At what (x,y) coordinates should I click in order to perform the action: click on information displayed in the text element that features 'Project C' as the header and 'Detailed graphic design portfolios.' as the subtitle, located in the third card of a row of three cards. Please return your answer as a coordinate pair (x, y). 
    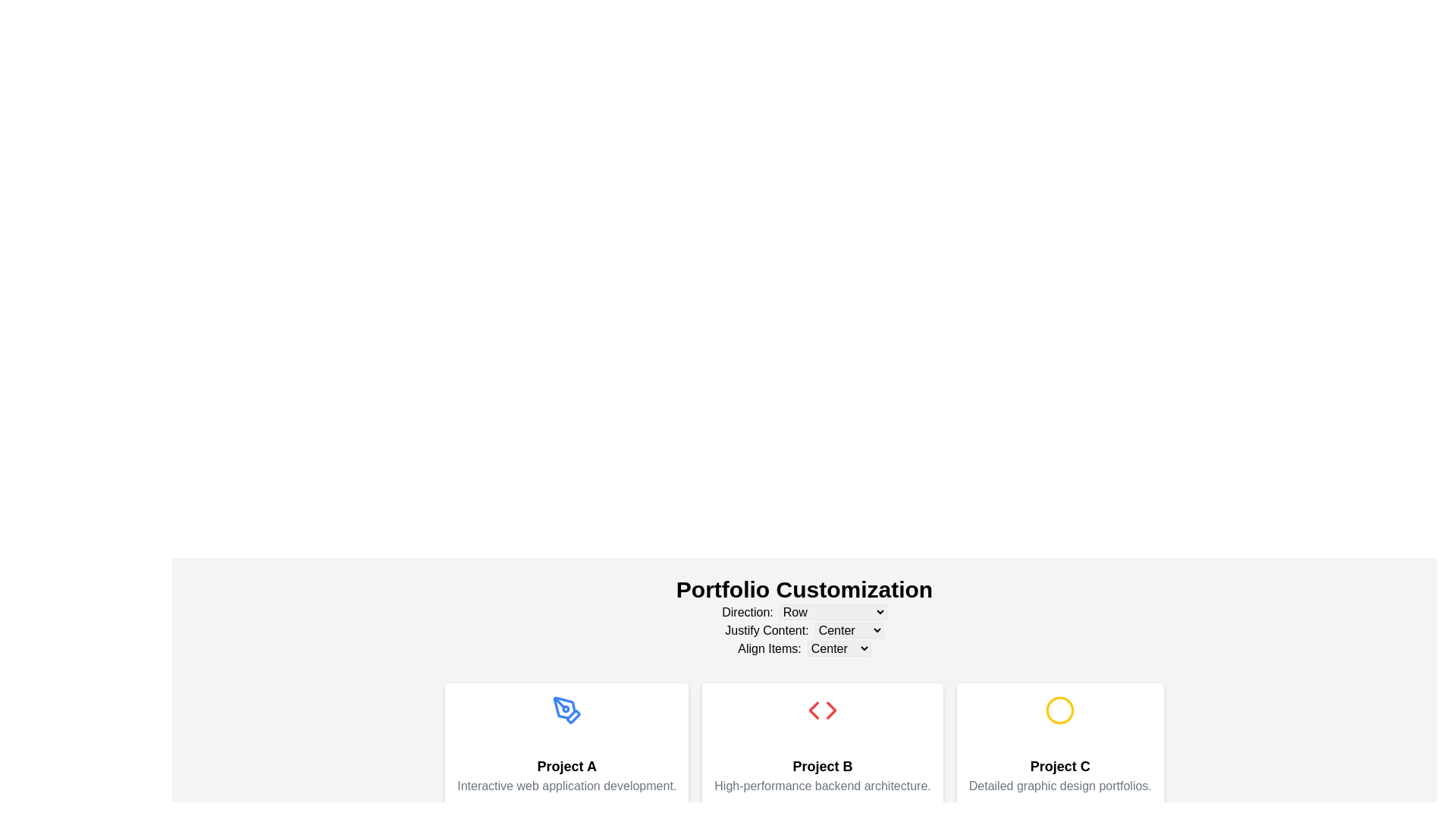
    Looking at the image, I should click on (1059, 775).